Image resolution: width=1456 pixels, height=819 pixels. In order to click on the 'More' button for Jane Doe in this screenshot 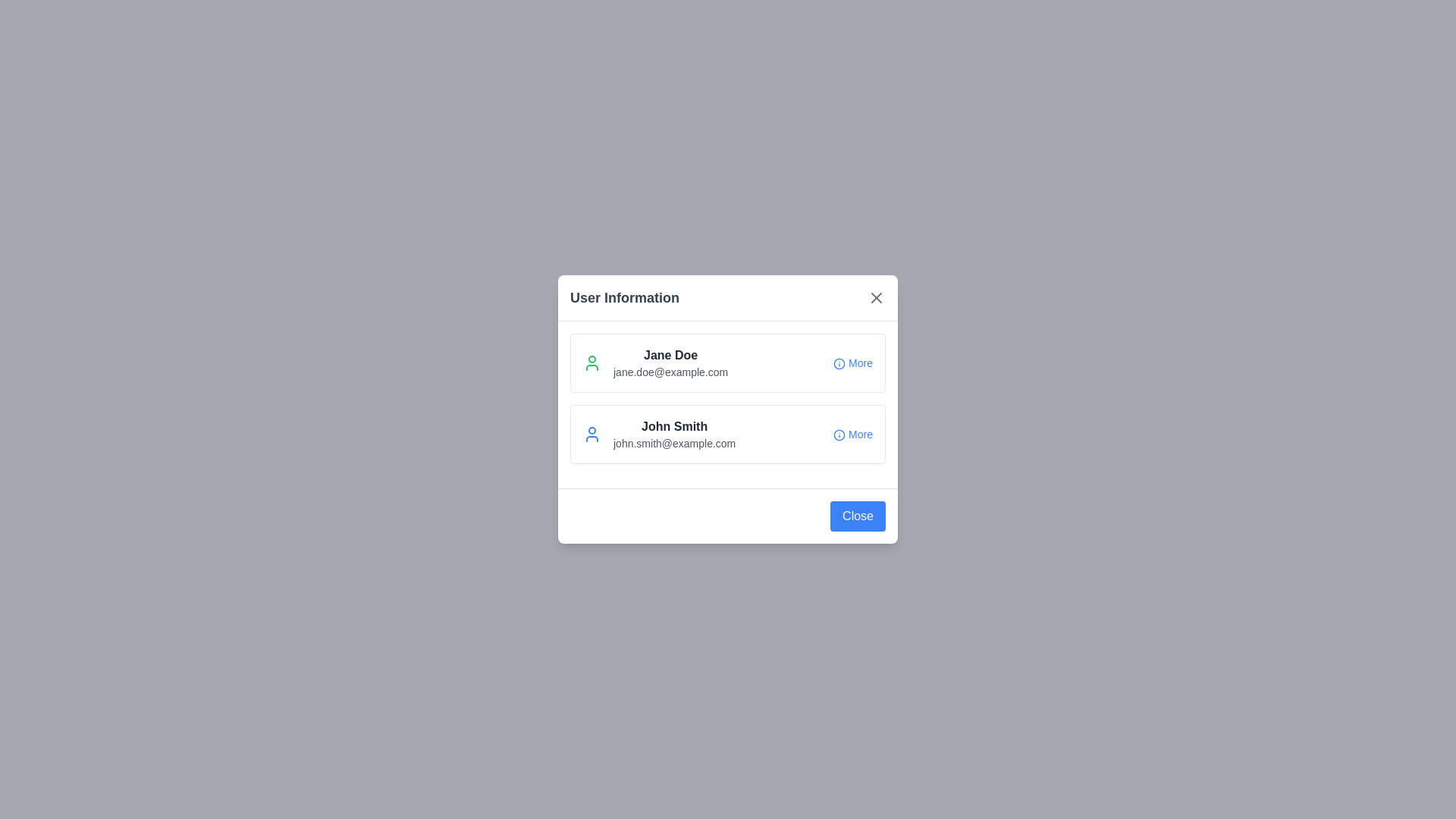, I will do `click(852, 362)`.